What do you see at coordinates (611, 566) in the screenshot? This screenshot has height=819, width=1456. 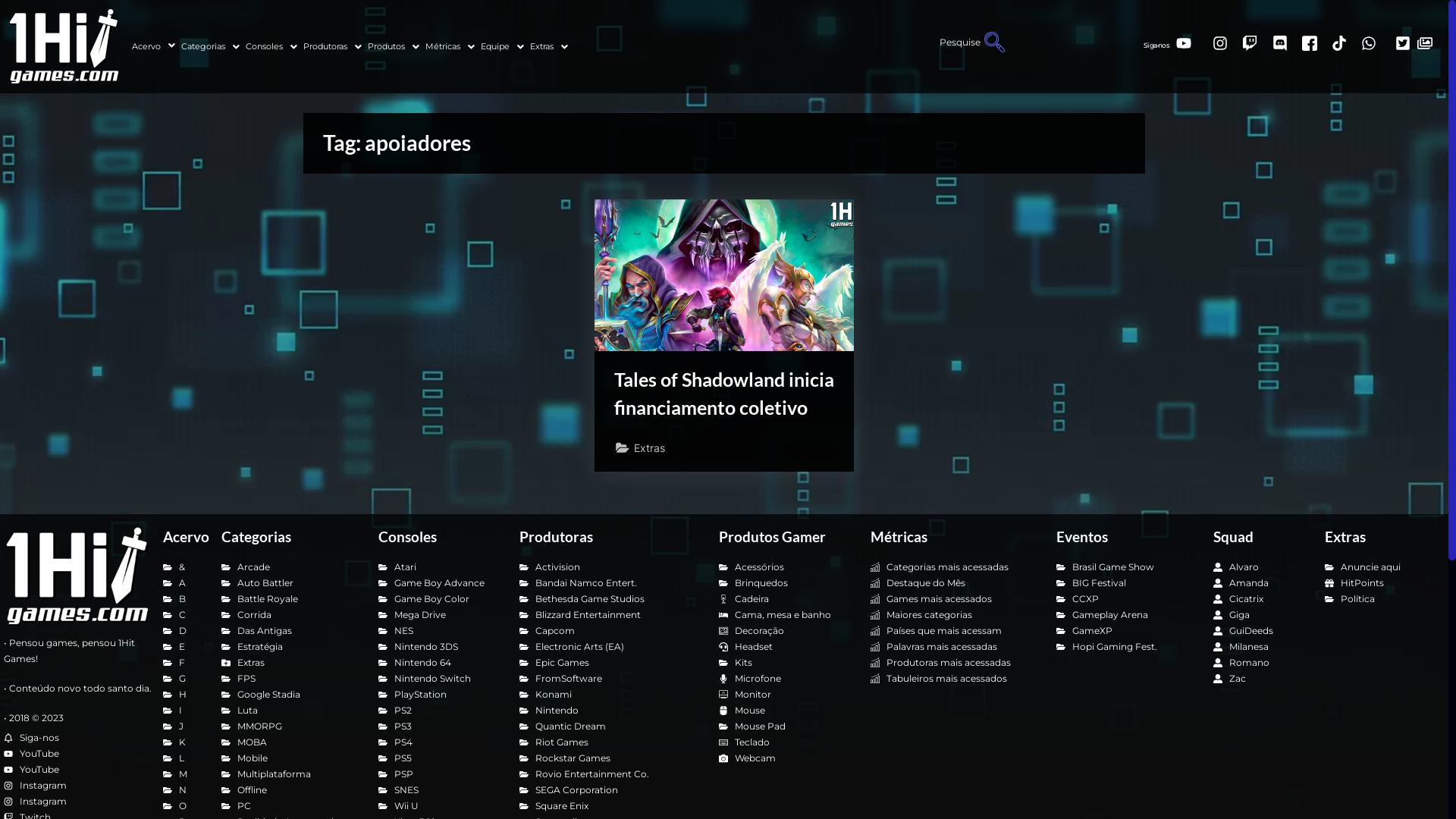 I see `'Activision'` at bounding box center [611, 566].